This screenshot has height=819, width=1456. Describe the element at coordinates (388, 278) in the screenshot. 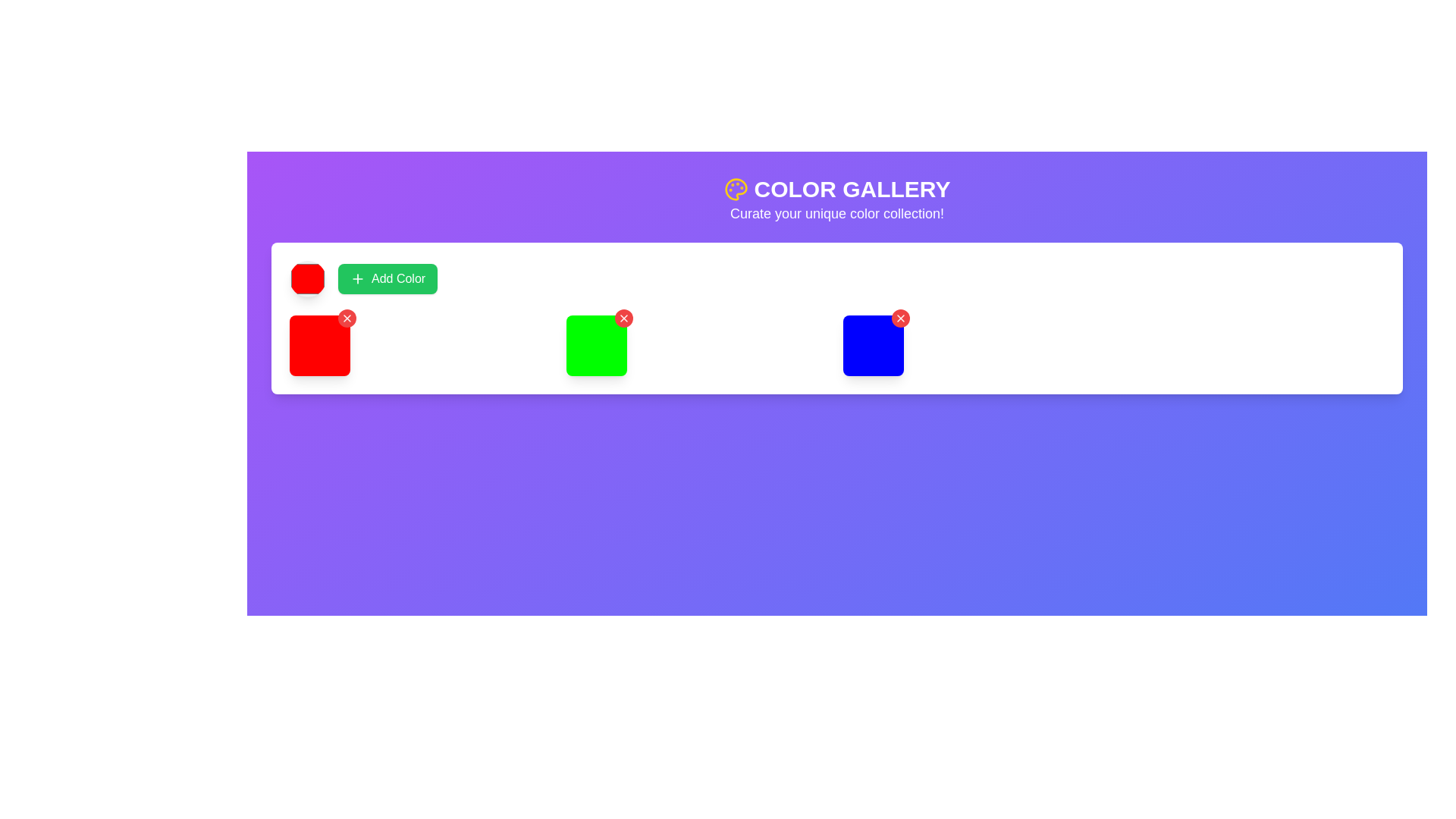

I see `the 'Add Color' button, which is a pill-shaped green button with white text and a '+' icon on the left, to observe the hover effect that changes its background color to a lighter green` at that location.